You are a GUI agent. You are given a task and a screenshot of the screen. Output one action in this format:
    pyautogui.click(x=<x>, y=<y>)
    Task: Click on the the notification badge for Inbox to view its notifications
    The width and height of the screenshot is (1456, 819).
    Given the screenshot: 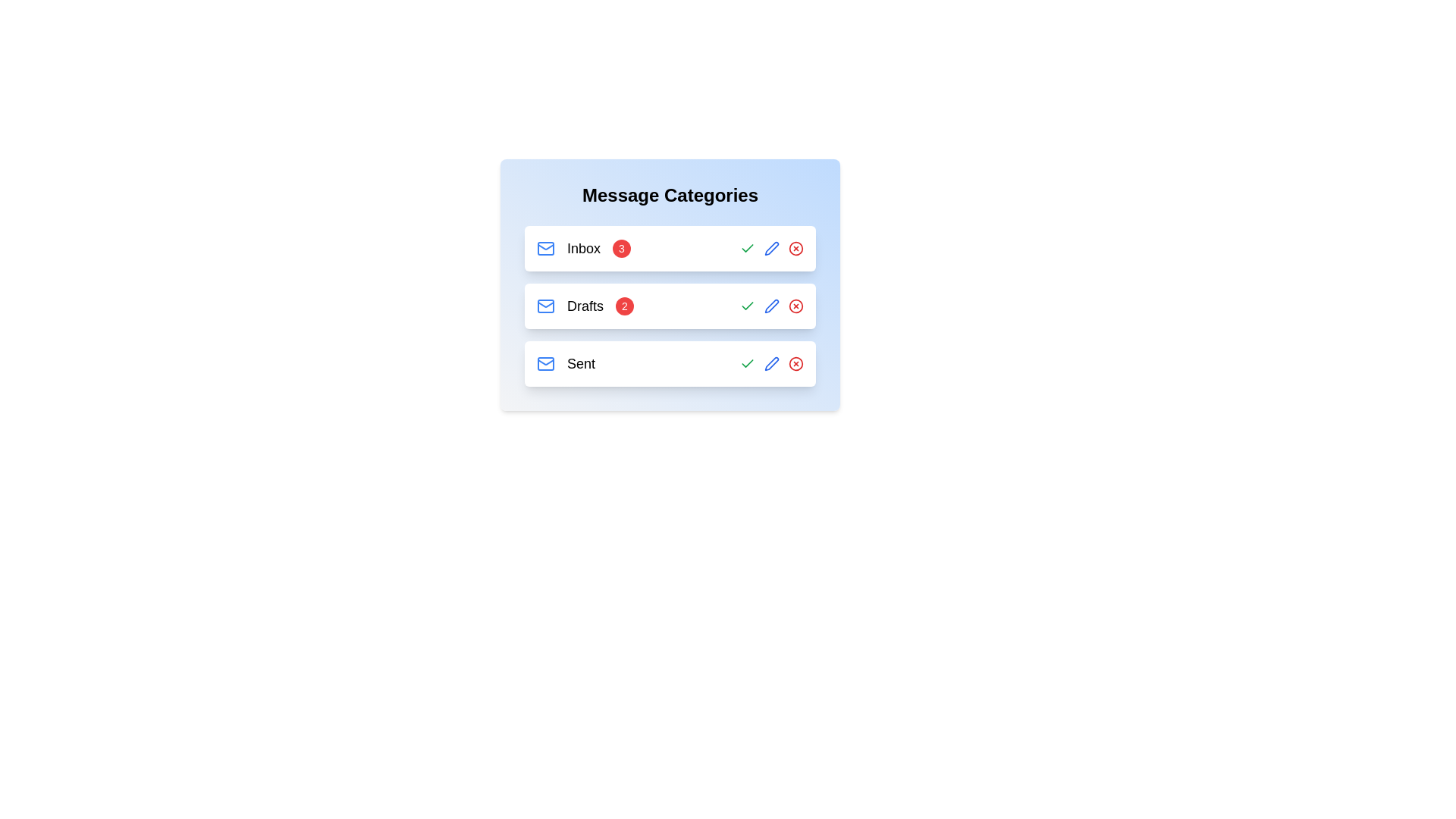 What is the action you would take?
    pyautogui.click(x=622, y=247)
    